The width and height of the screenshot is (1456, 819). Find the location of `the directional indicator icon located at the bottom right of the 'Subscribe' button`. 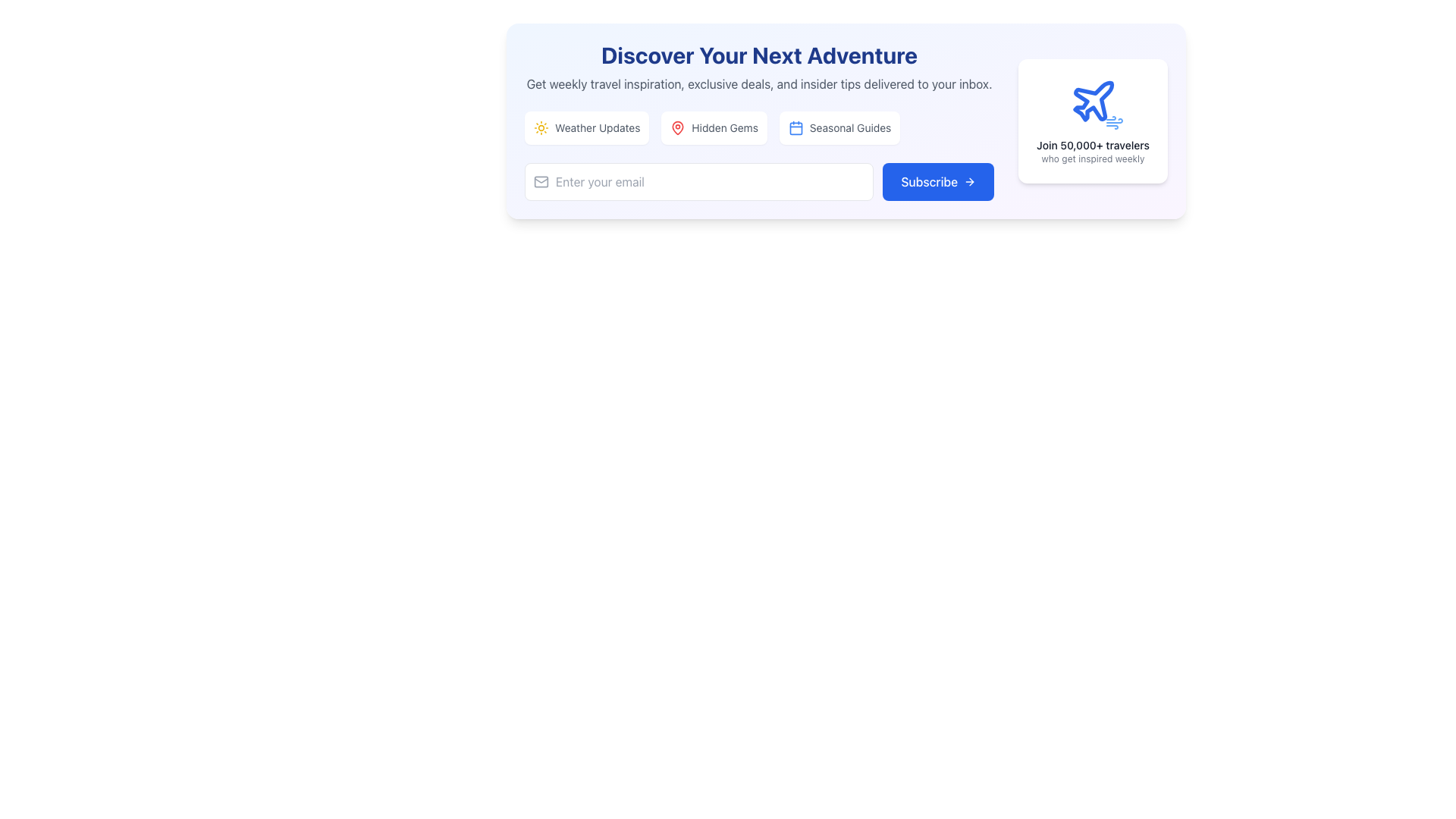

the directional indicator icon located at the bottom right of the 'Subscribe' button is located at coordinates (971, 180).